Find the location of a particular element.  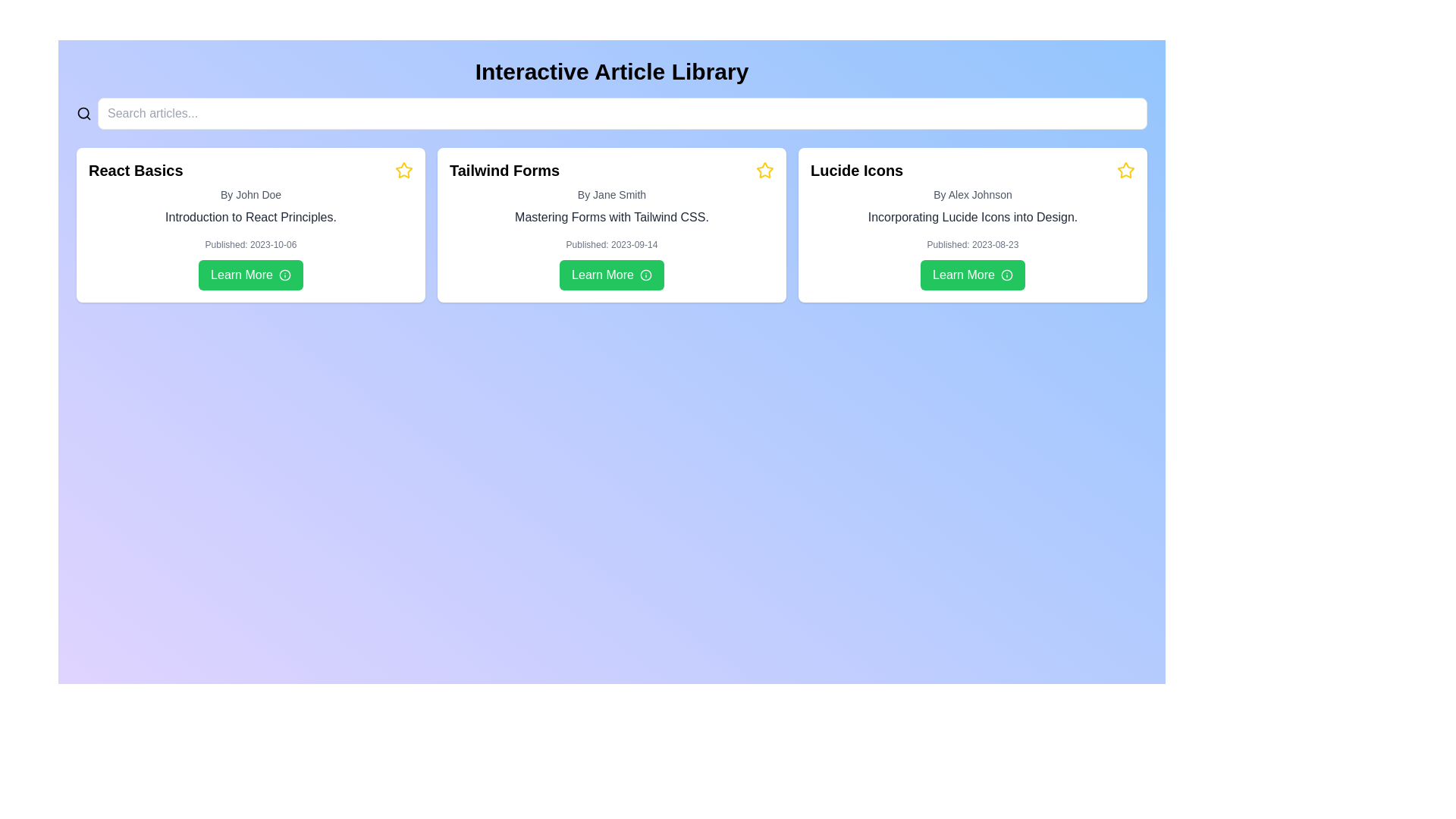

the star icon located in the top-right corner of the 'Lucide Icons' card is located at coordinates (1125, 169).